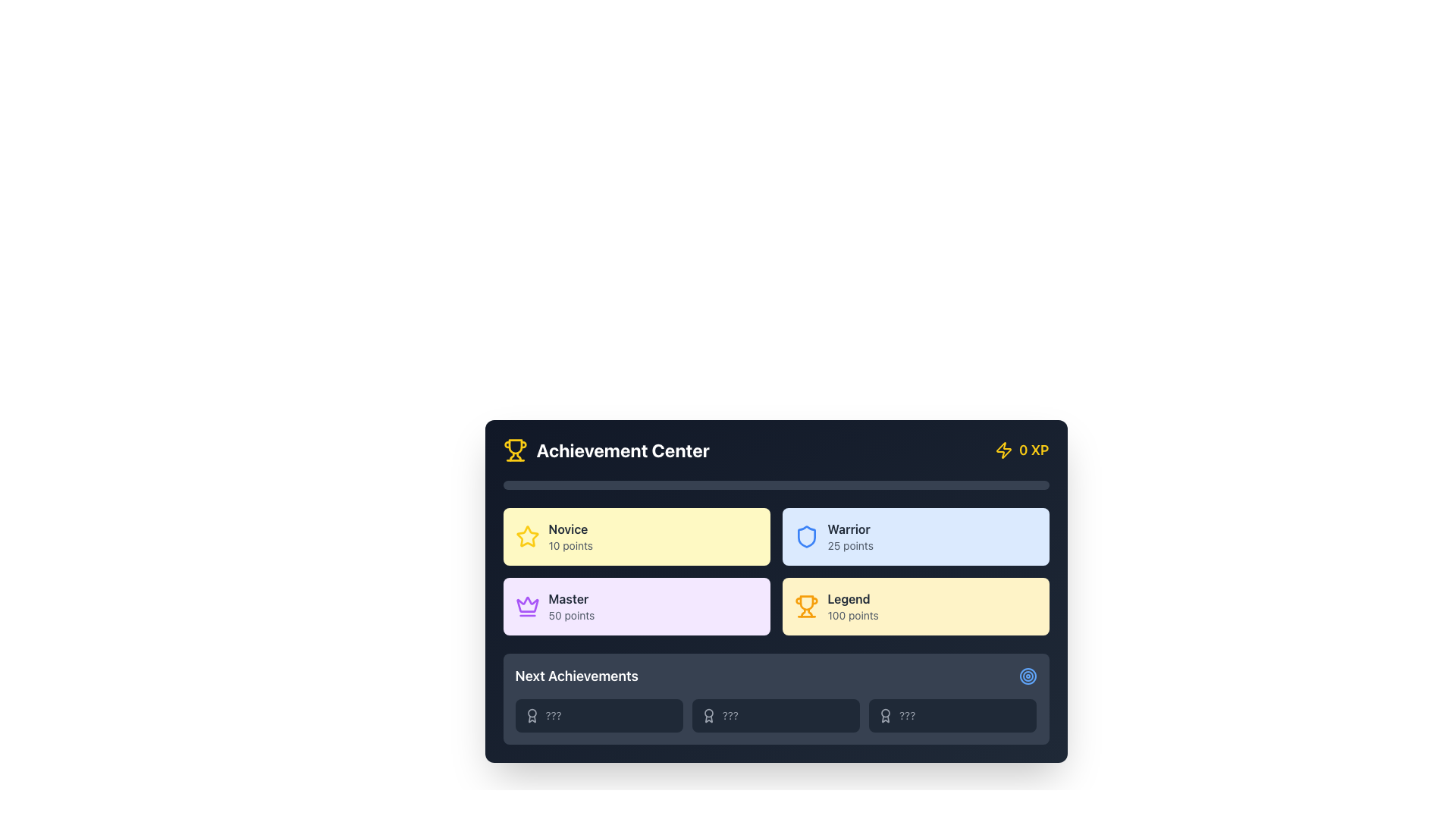  Describe the element at coordinates (515, 450) in the screenshot. I see `the achievement icon located in the top-left corner of the 'Achievement Center' section, which visually represents achievements or awards` at that location.